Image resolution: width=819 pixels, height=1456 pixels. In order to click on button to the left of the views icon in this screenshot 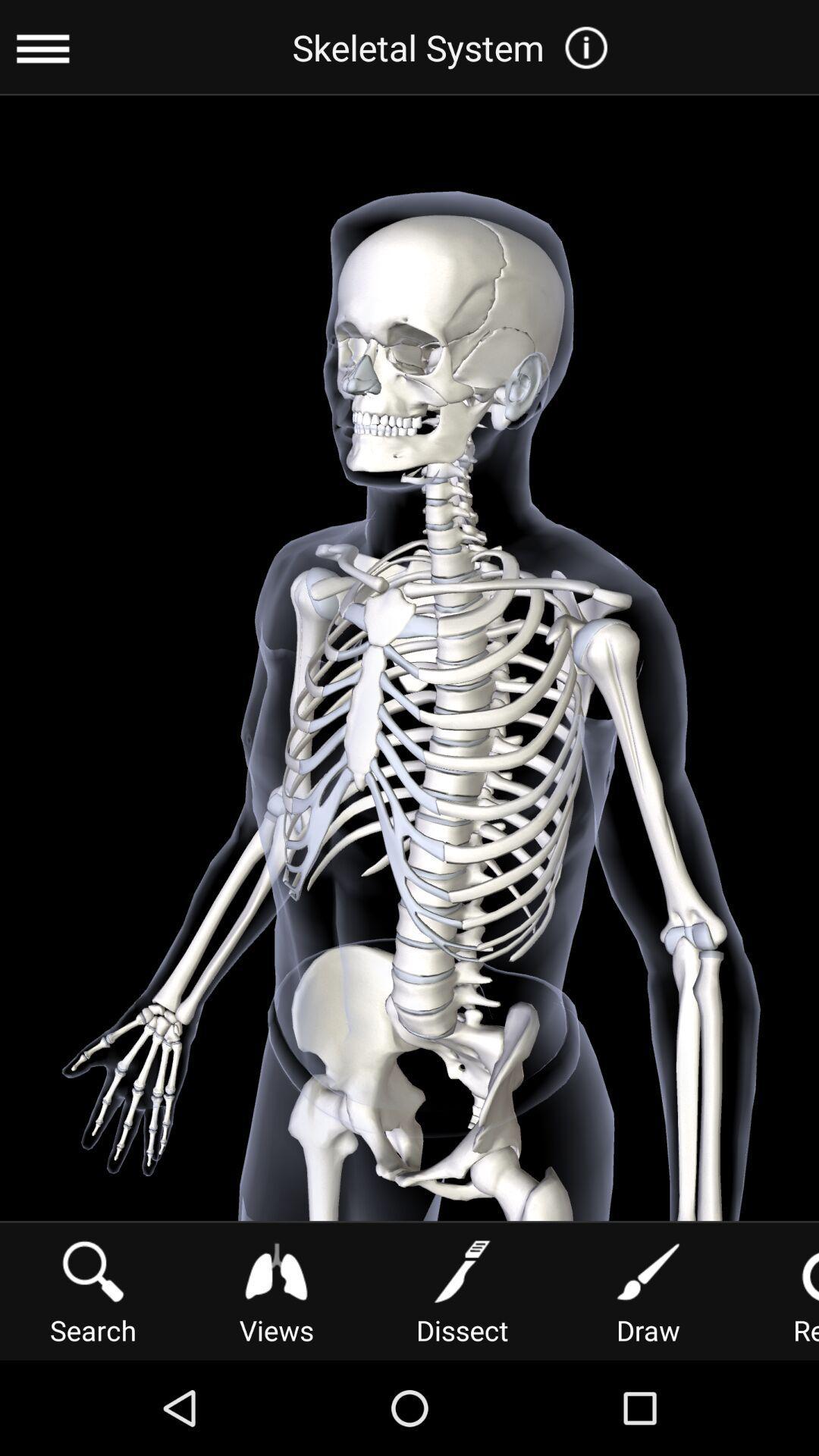, I will do `click(93, 1289)`.